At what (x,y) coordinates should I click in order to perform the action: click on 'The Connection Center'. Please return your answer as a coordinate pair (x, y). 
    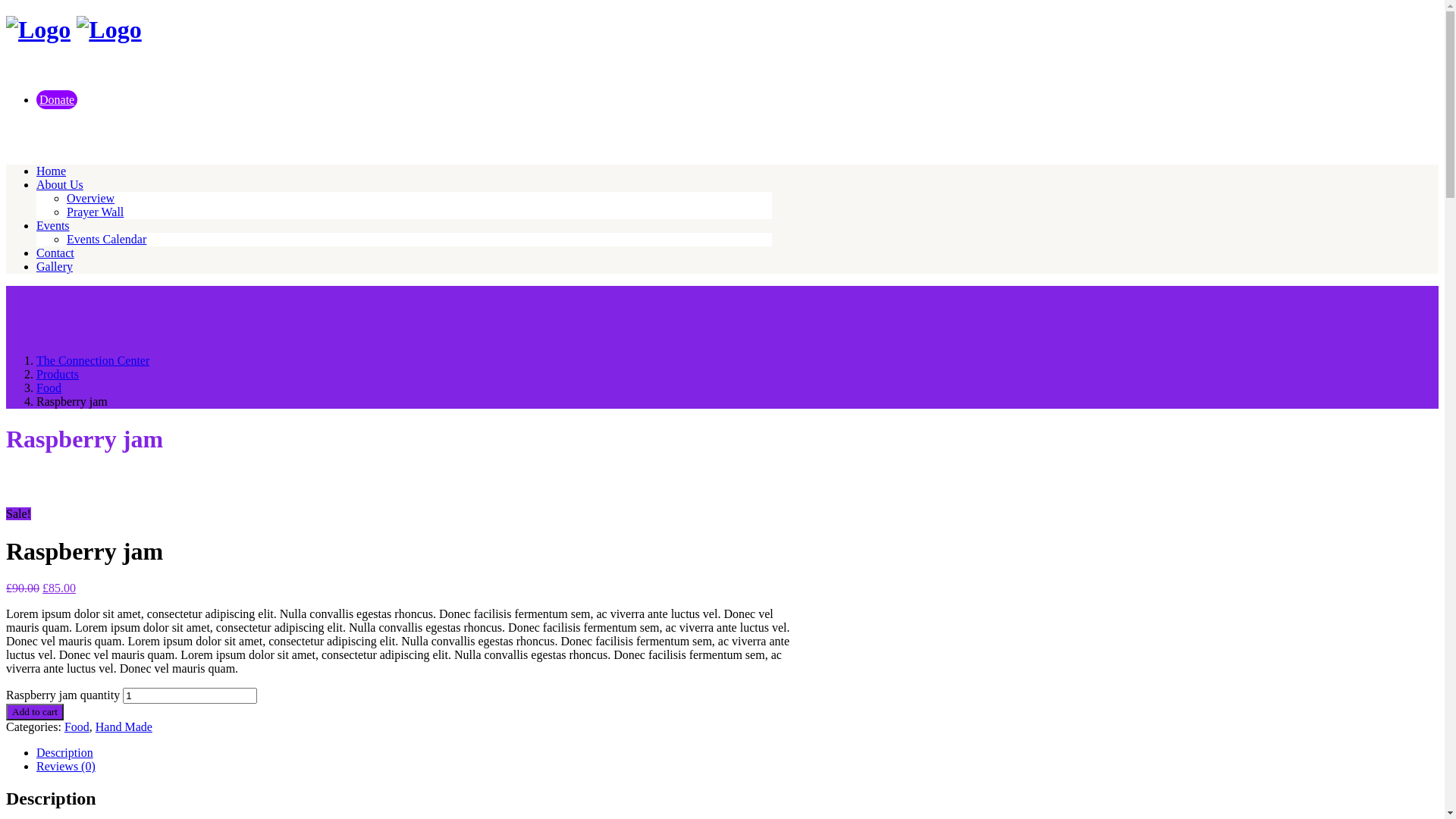
    Looking at the image, I should click on (92, 360).